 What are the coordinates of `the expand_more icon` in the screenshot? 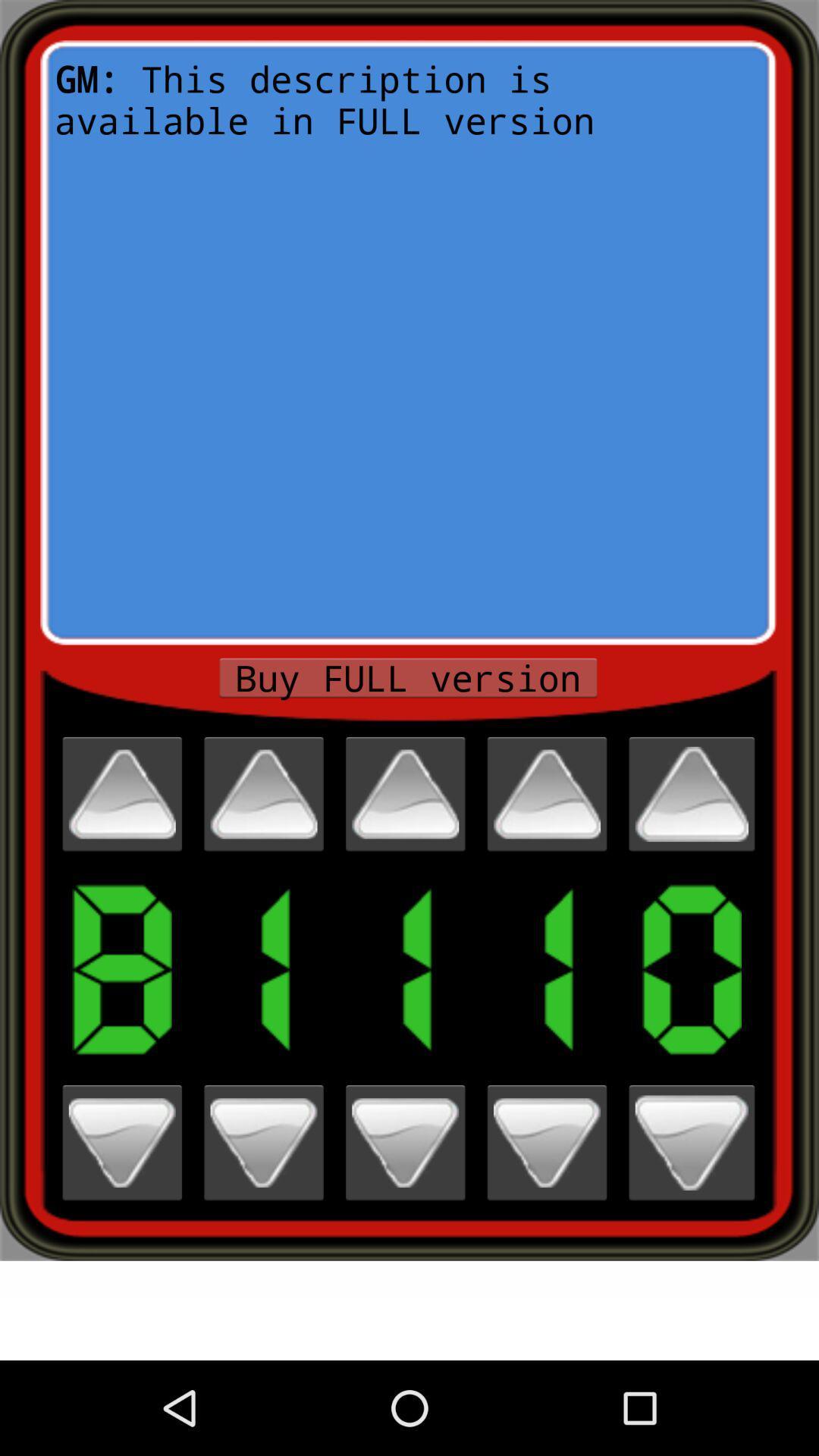 It's located at (262, 1222).